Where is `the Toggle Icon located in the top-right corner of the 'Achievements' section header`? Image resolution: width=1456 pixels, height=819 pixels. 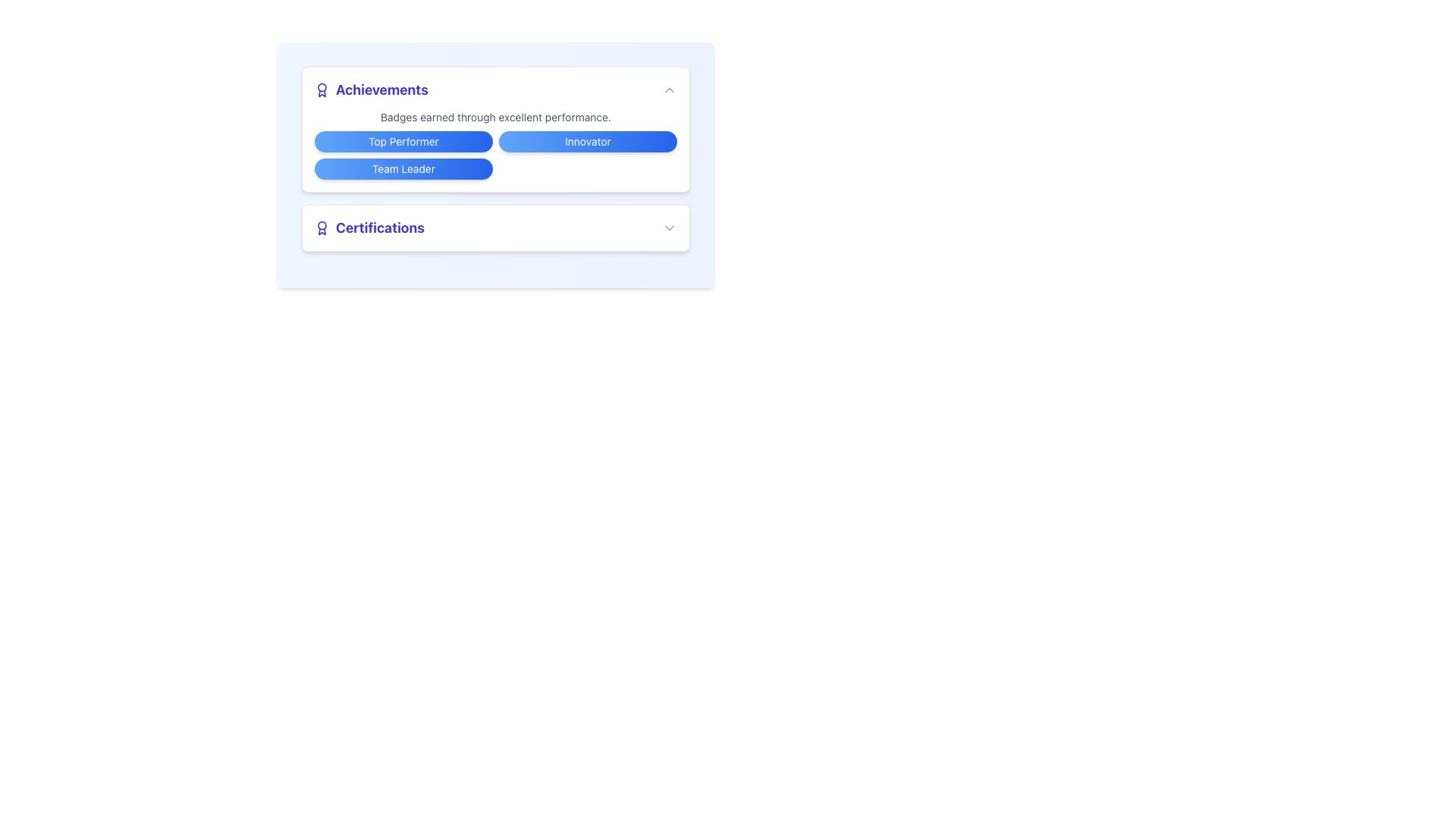 the Toggle Icon located in the top-right corner of the 'Achievements' section header is located at coordinates (669, 90).